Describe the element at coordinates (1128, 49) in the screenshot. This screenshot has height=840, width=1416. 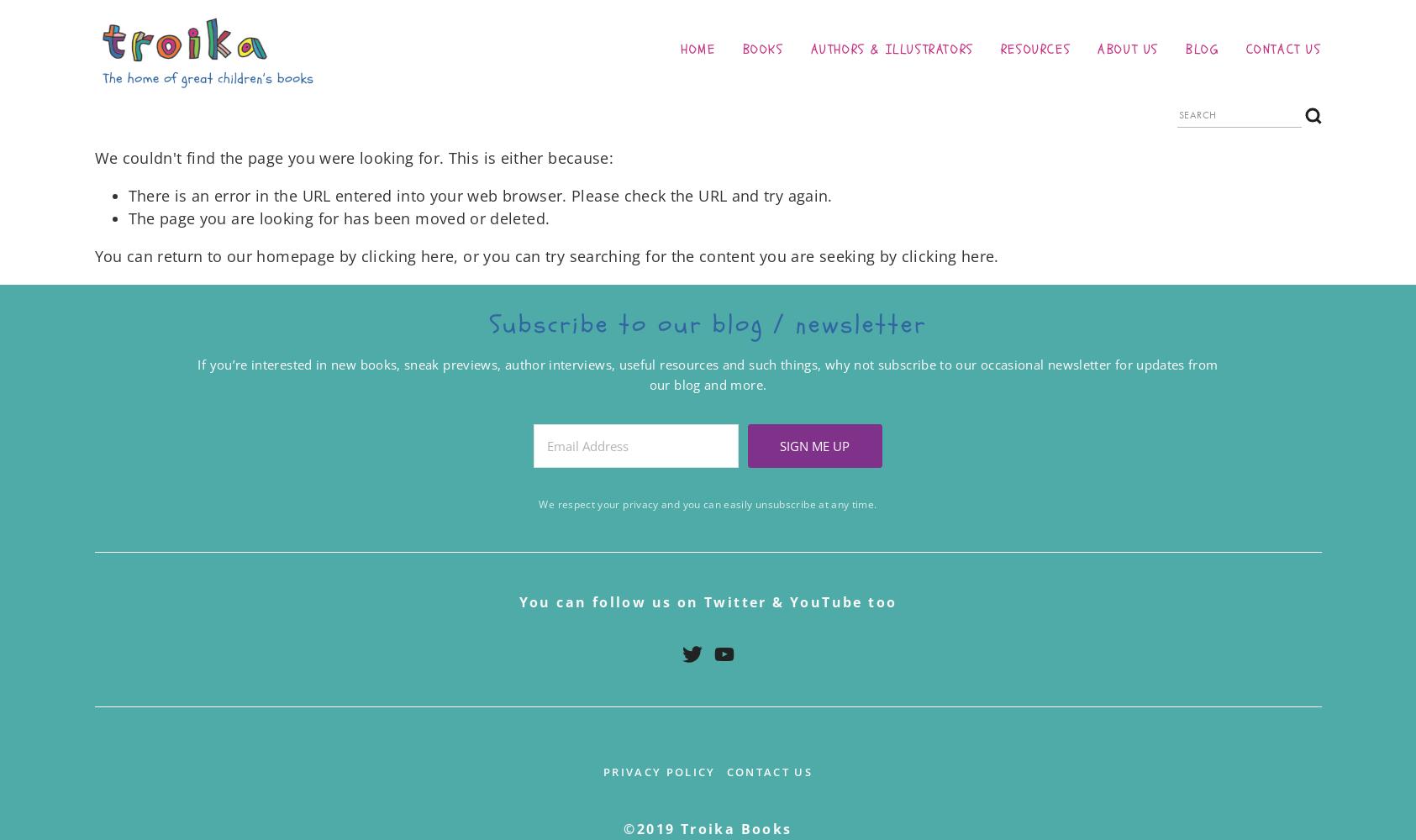
I see `'About us'` at that location.